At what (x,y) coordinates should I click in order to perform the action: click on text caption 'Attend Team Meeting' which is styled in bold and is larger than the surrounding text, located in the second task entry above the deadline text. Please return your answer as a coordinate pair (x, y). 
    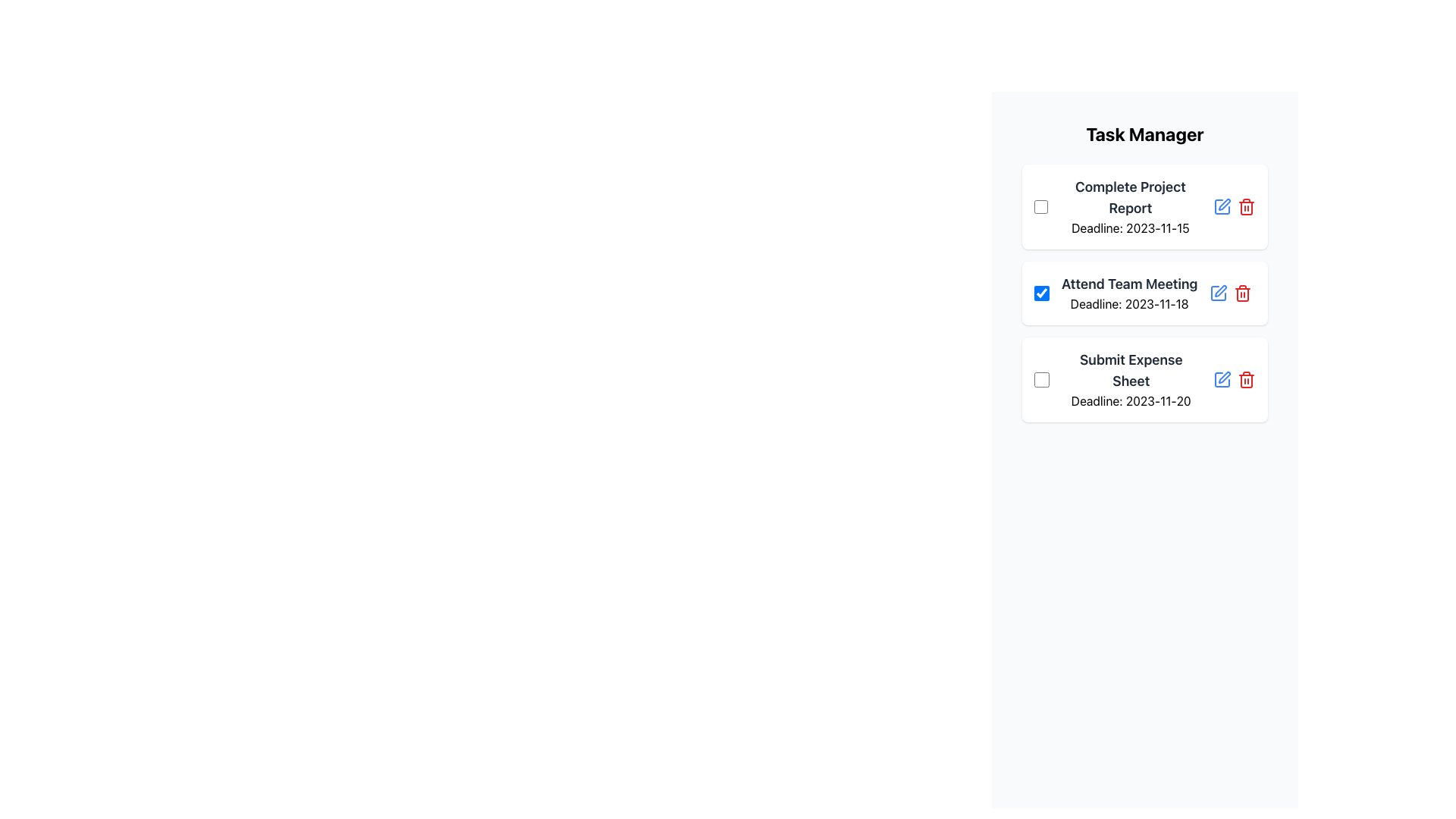
    Looking at the image, I should click on (1129, 284).